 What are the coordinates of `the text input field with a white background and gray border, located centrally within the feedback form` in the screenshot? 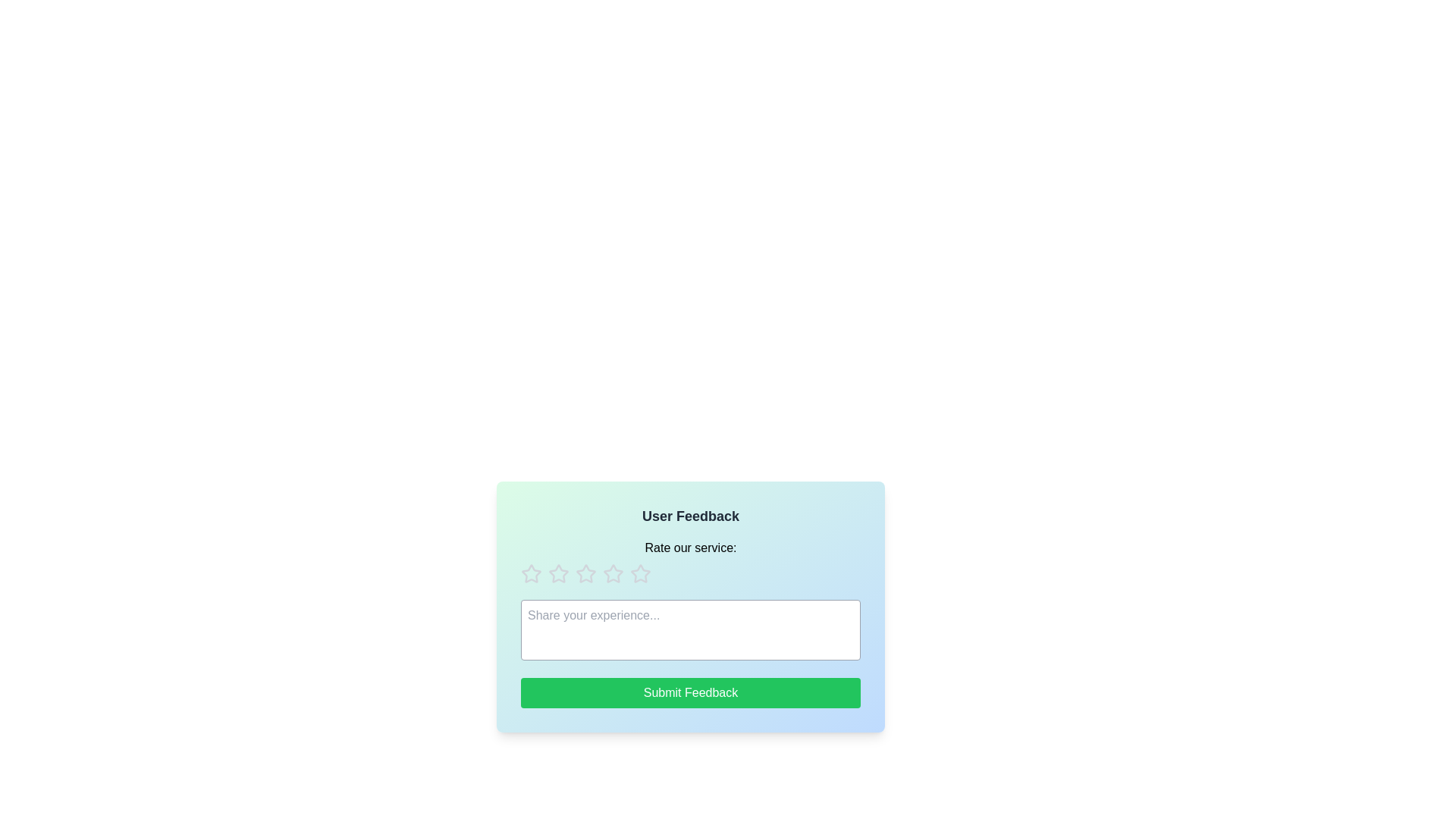 It's located at (690, 605).